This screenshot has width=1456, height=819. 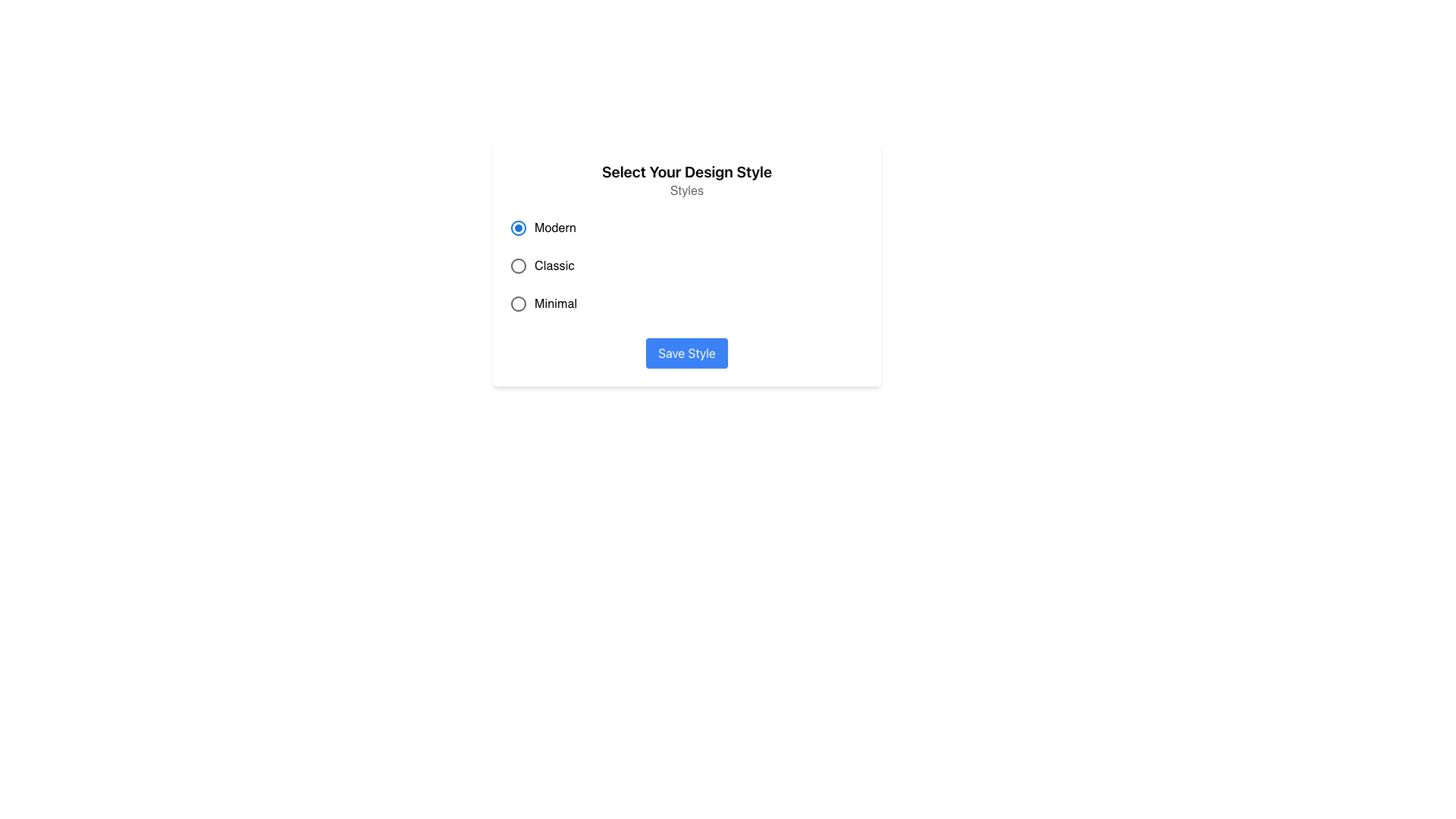 I want to click on the innermost circular layer of the first radio button in the 'Select Your Design Style' group, so click(x=519, y=227).